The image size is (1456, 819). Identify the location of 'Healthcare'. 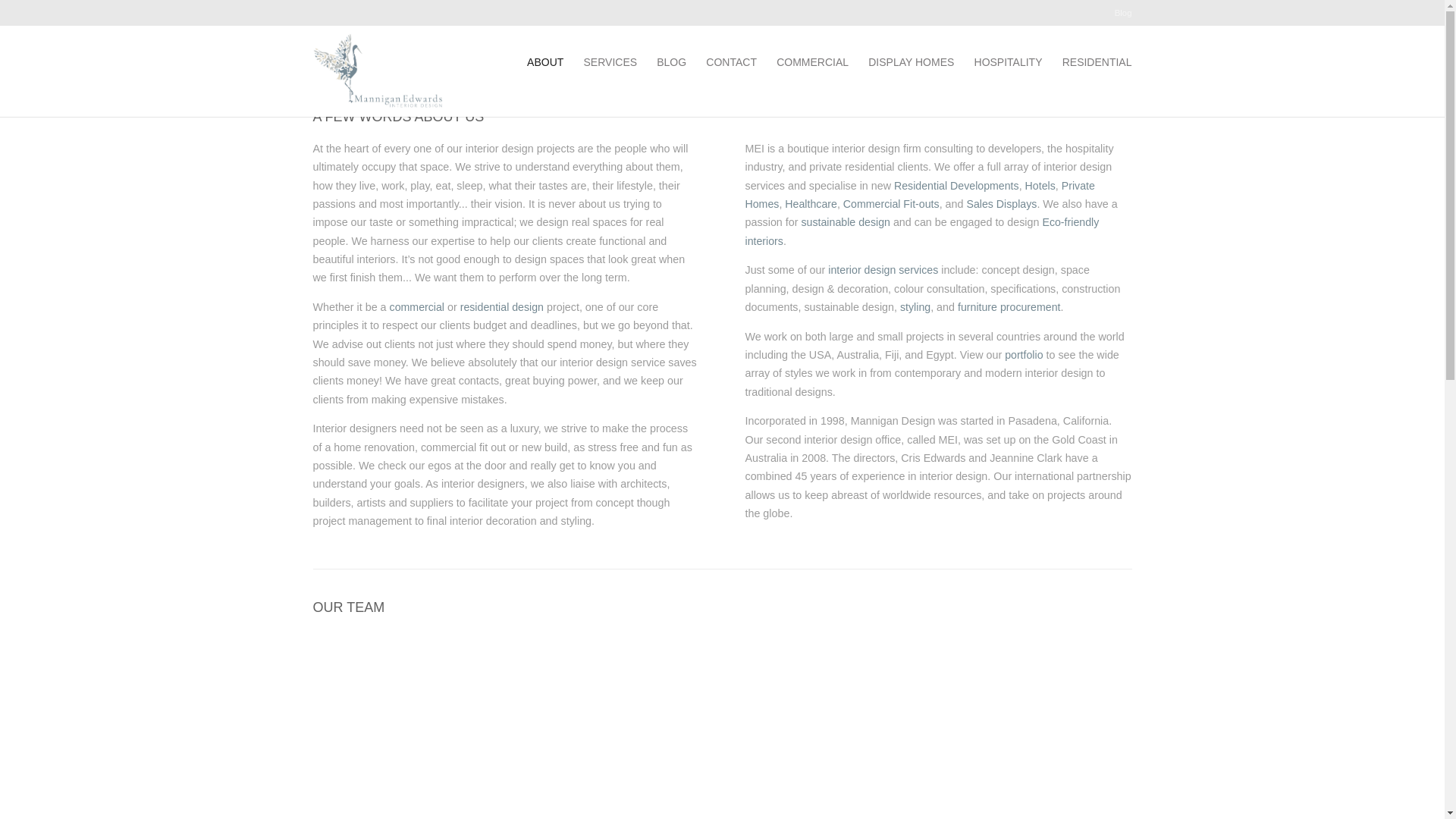
(810, 203).